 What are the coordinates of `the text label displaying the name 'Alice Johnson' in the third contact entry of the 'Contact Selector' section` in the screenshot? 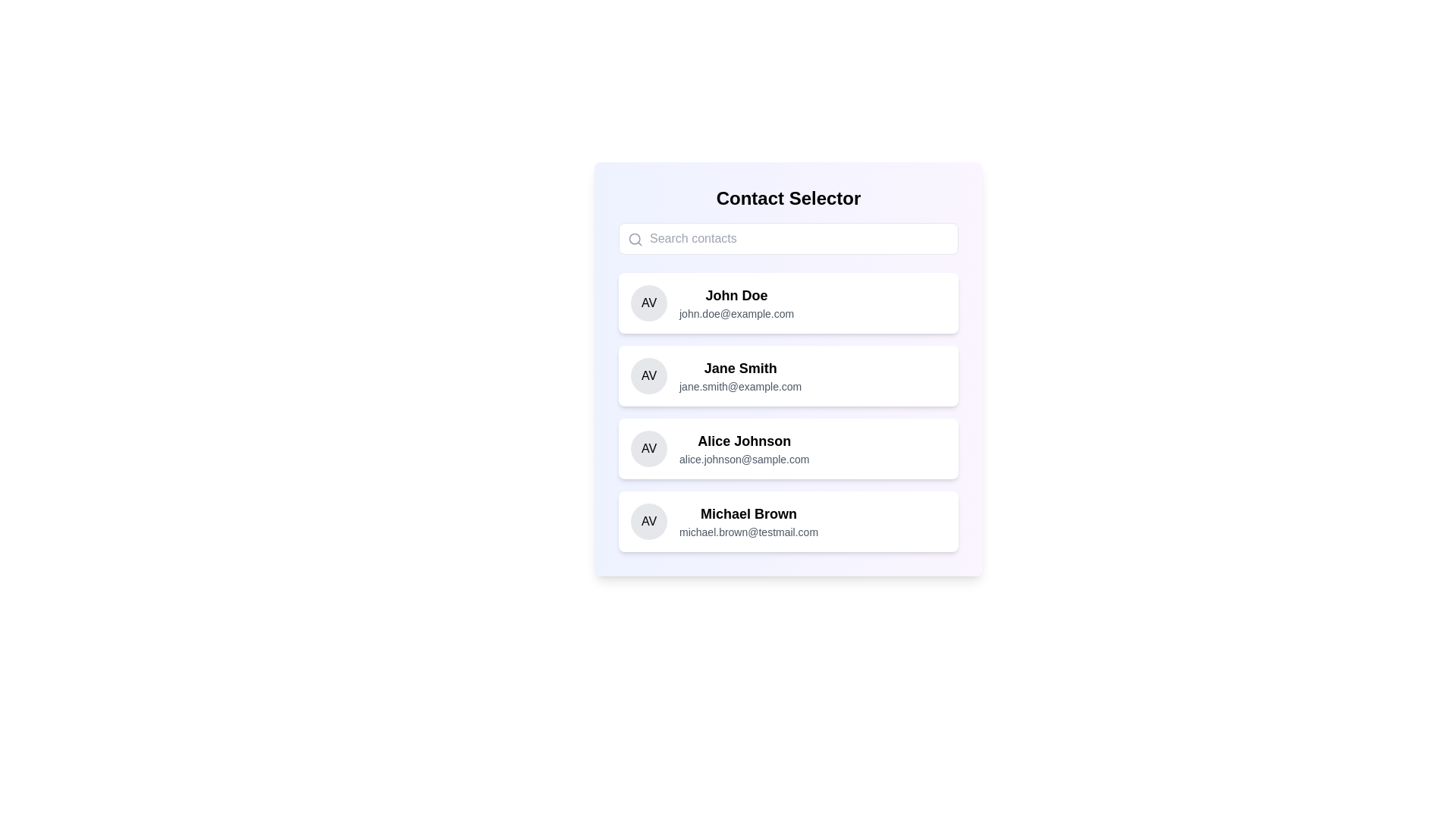 It's located at (744, 441).